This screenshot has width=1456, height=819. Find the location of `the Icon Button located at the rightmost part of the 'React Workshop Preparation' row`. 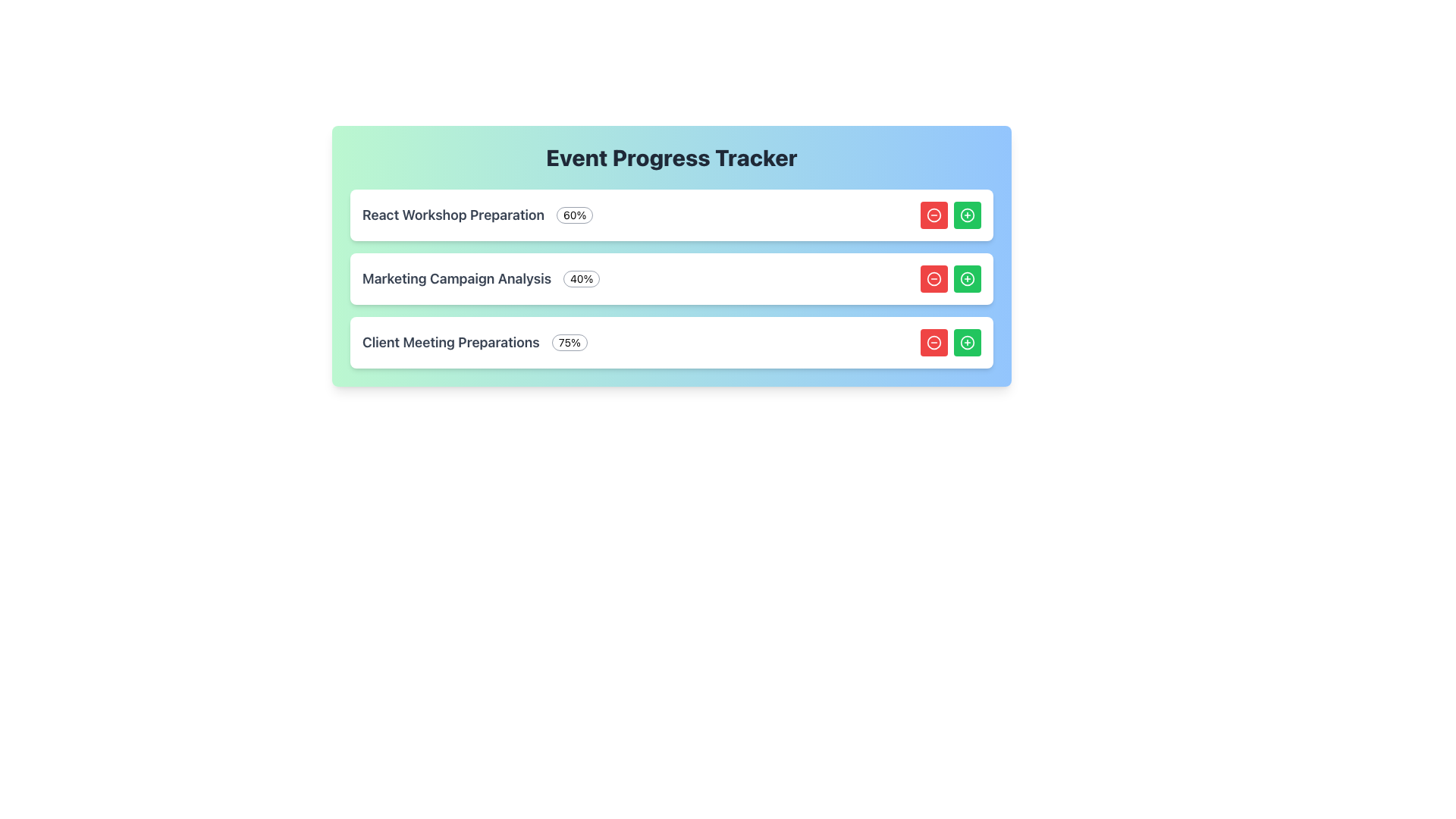

the Icon Button located at the rightmost part of the 'React Workshop Preparation' row is located at coordinates (967, 215).